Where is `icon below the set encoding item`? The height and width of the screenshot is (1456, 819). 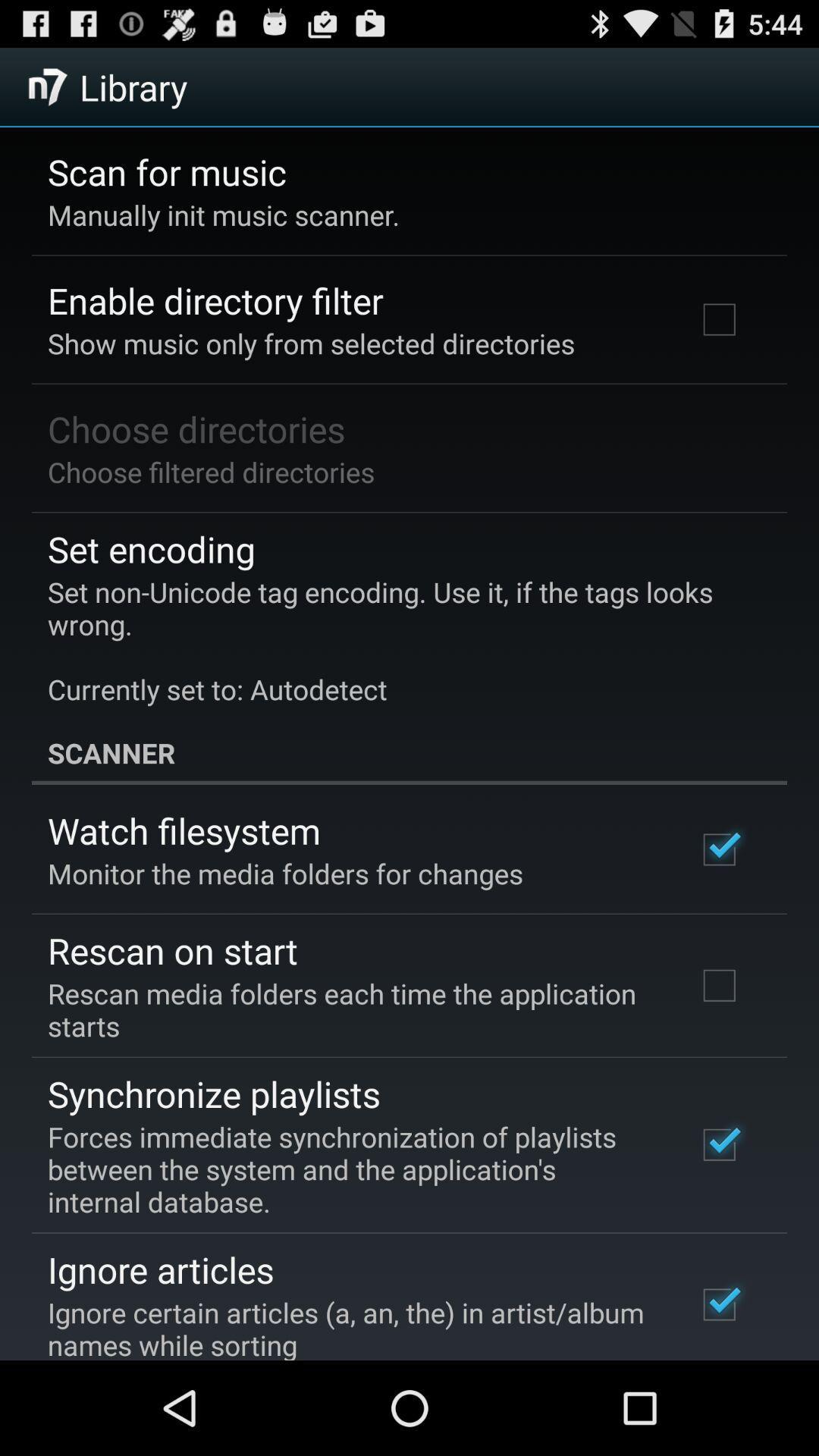
icon below the set encoding item is located at coordinates (398, 640).